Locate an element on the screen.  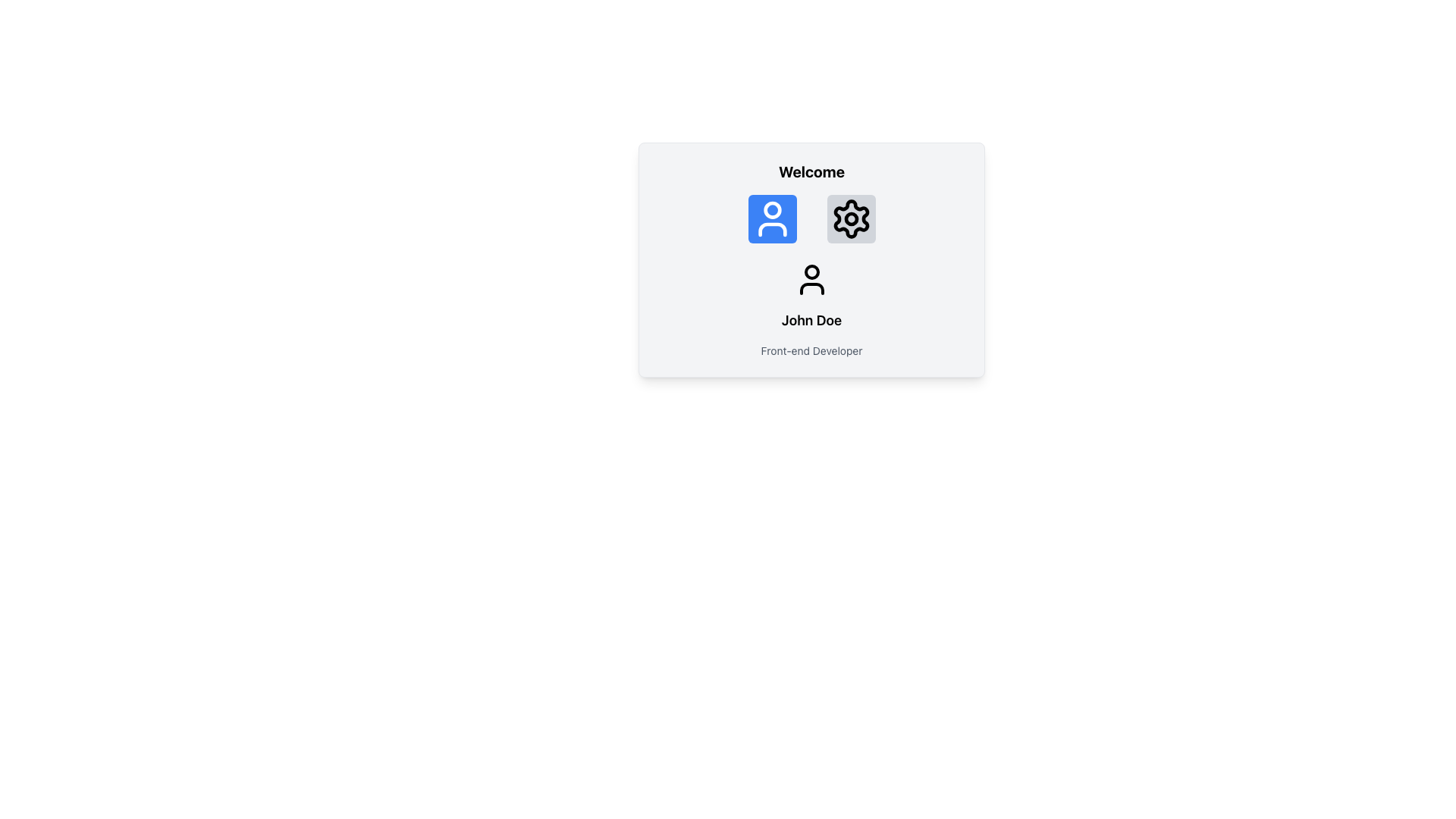
the circular graphical shape within the user profile icon located in the top-left section of the highlighted card is located at coordinates (811, 271).